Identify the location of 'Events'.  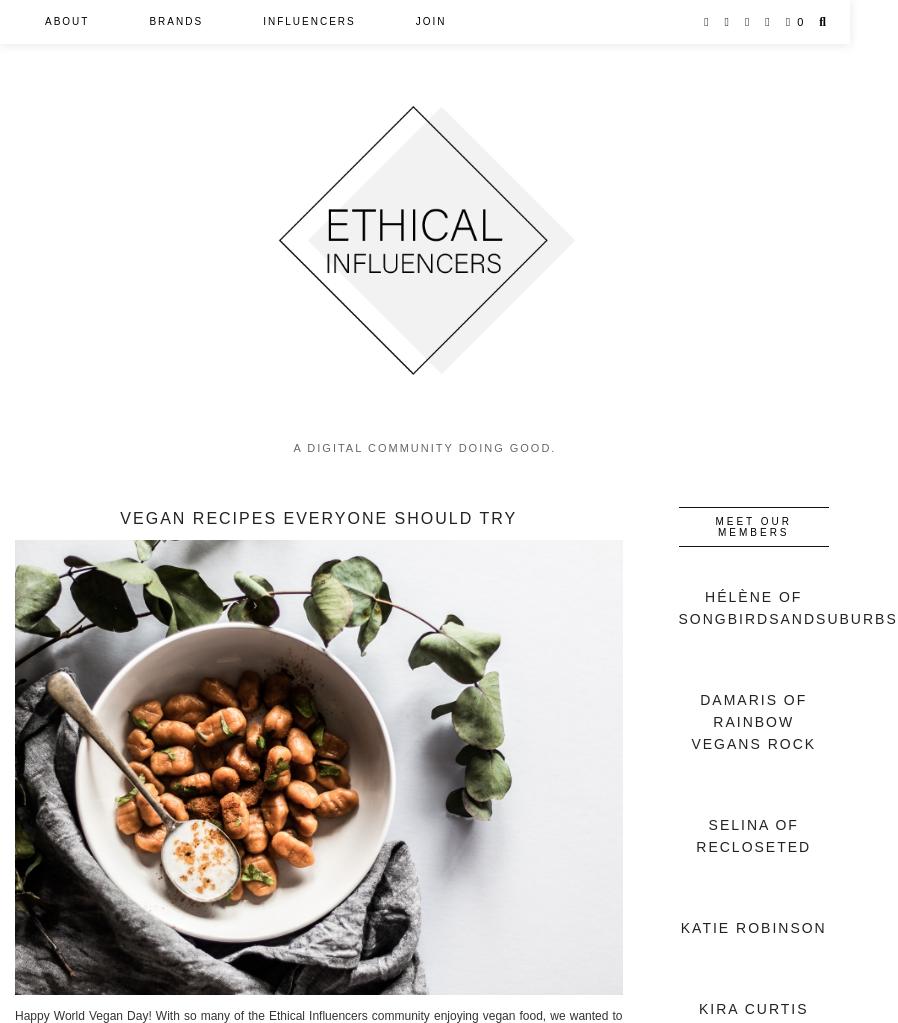
(288, 155).